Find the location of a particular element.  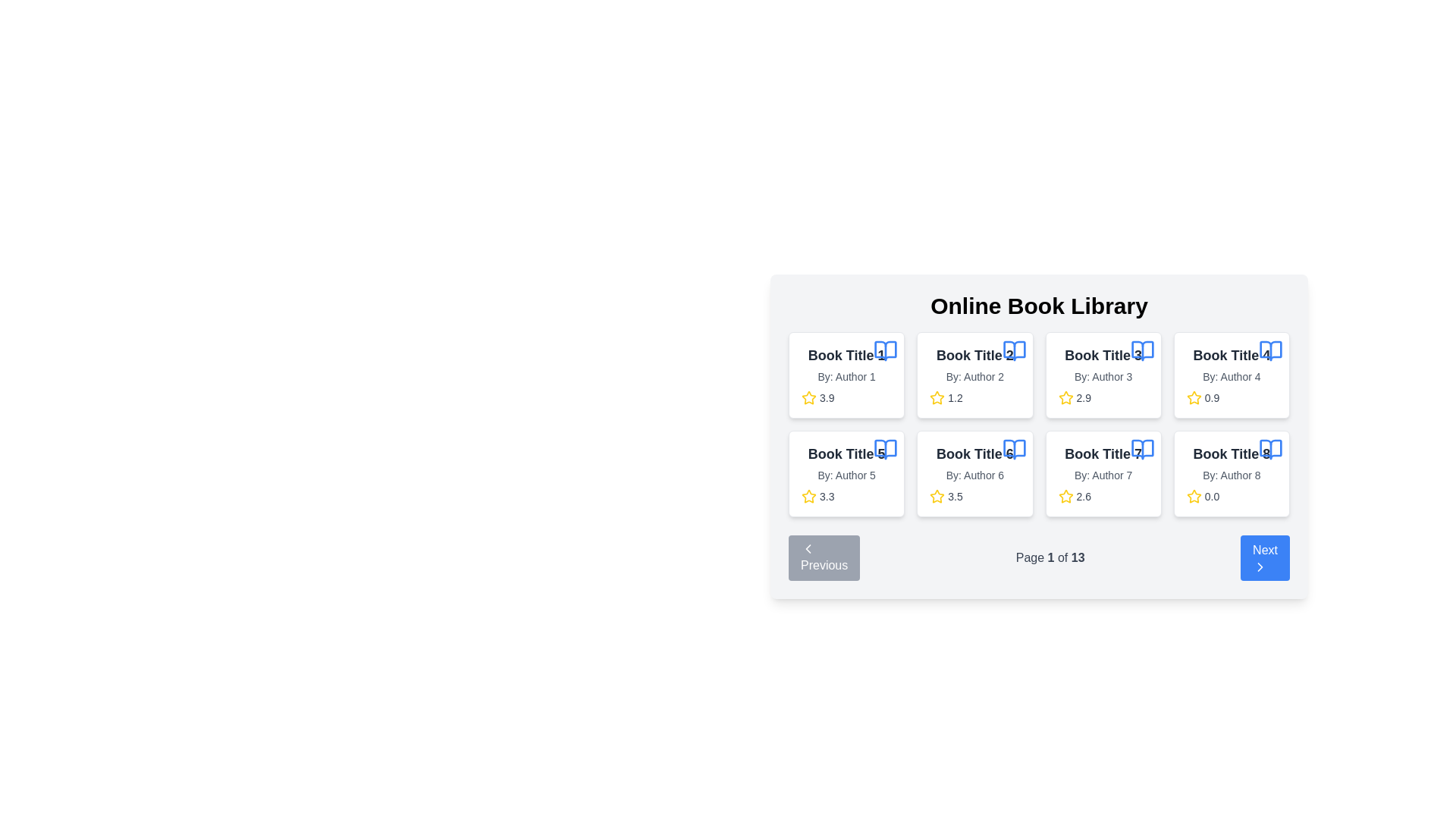

the lower portion of the open book icon styled in blue, located in the top-right corner of the 'Book Title 4' card, beside the text label and above the rating section is located at coordinates (1270, 350).